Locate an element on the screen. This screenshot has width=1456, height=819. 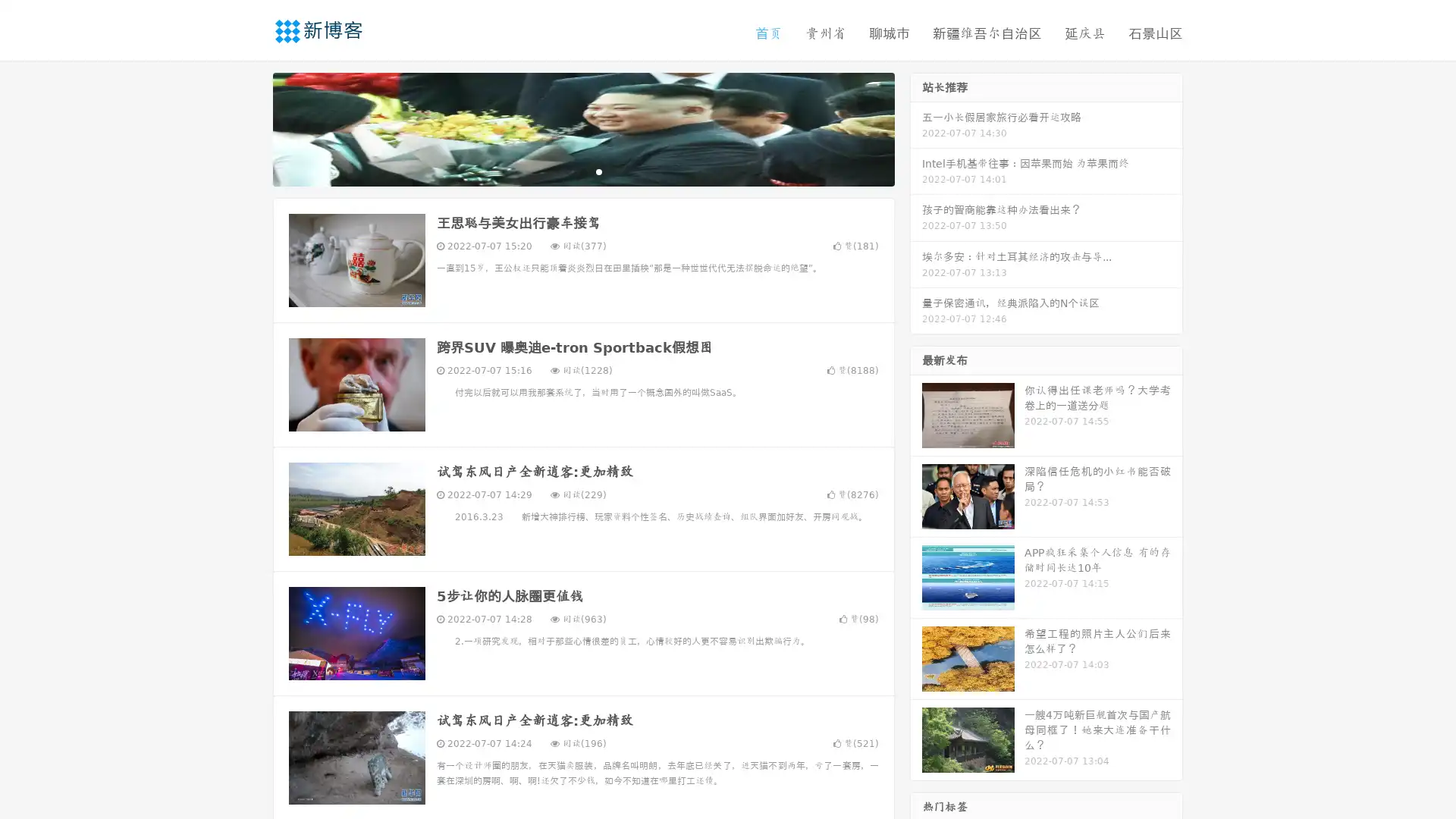
Go to slide 1 is located at coordinates (567, 171).